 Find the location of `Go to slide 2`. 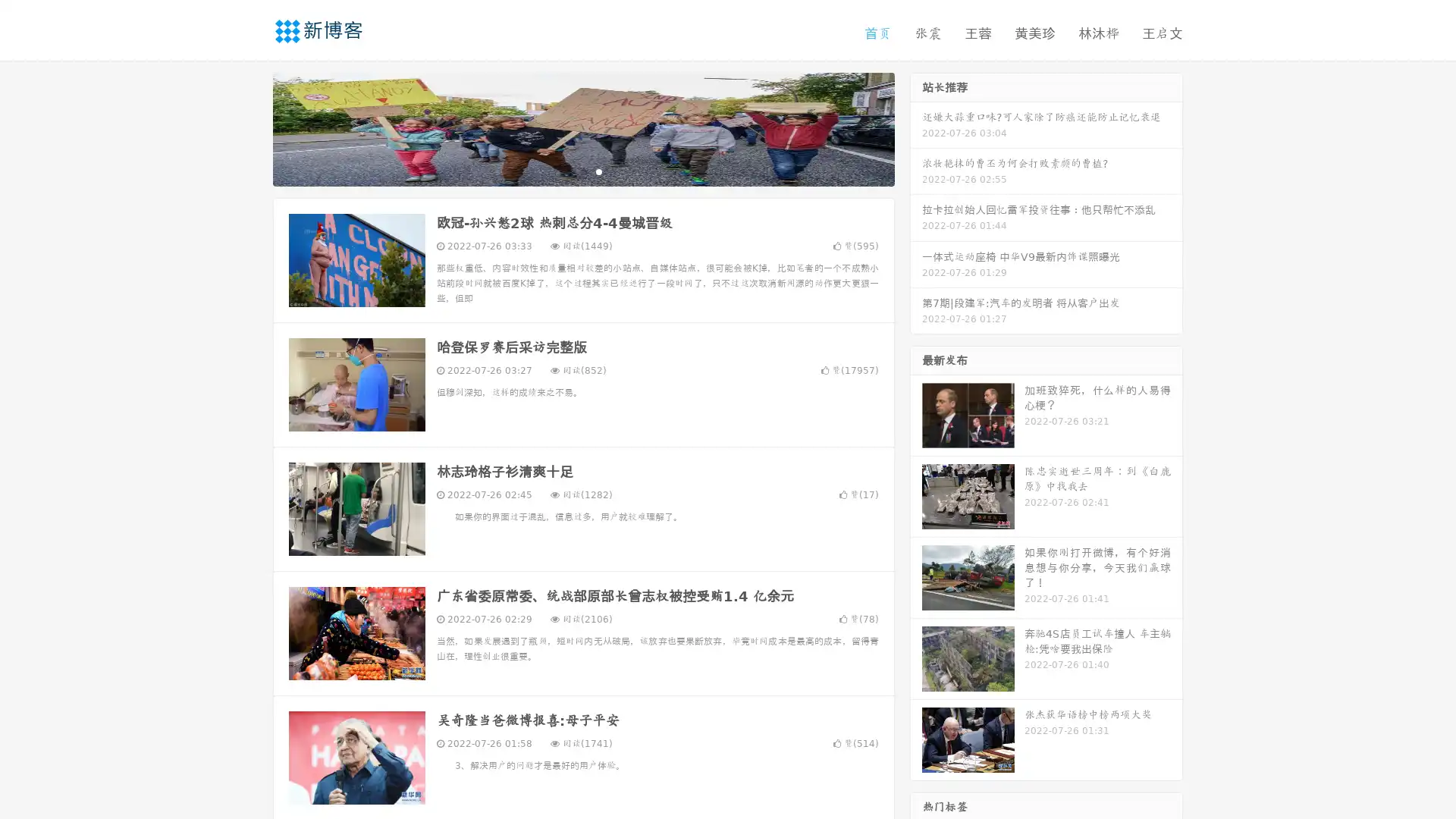

Go to slide 2 is located at coordinates (582, 171).